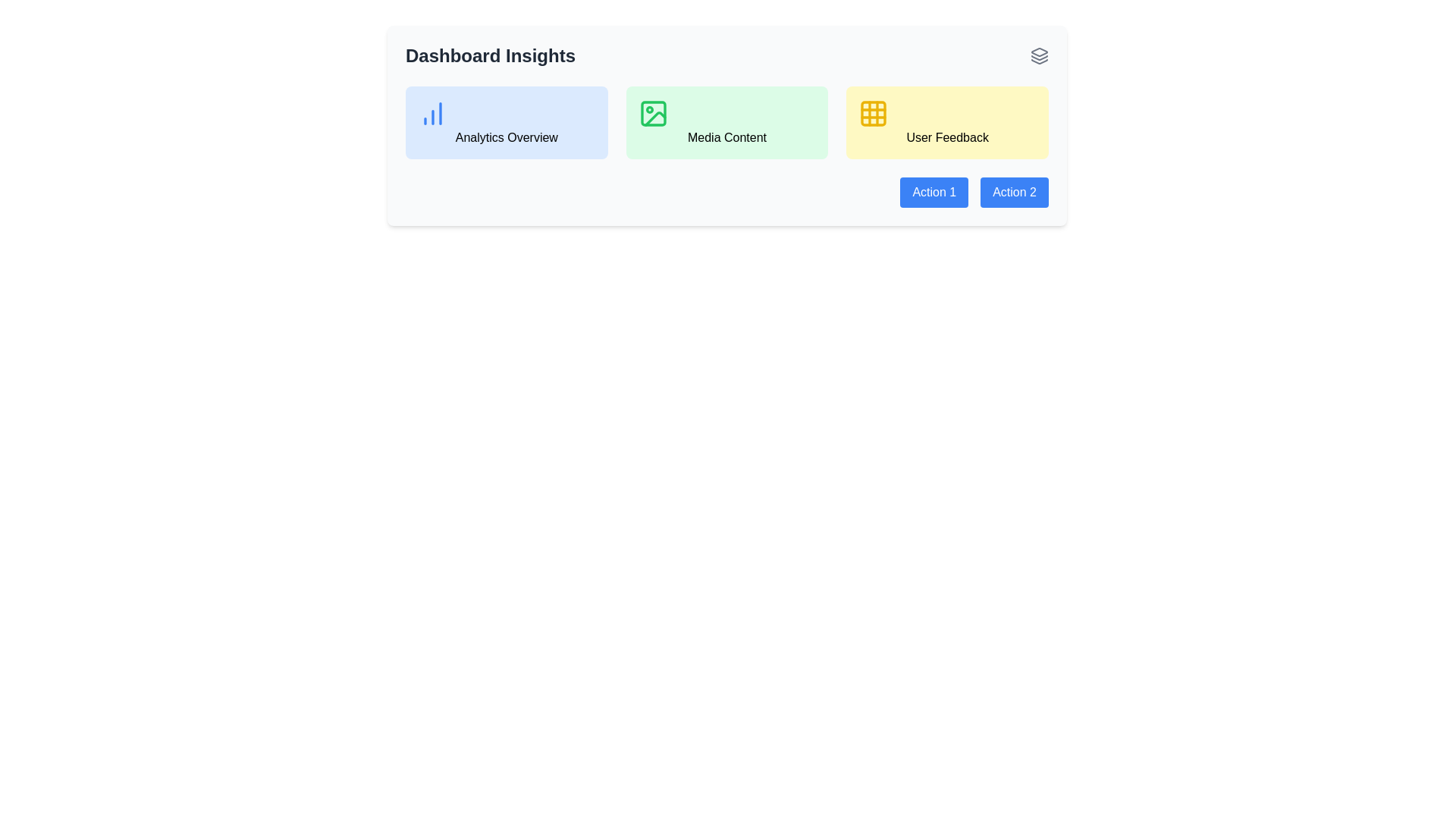 This screenshot has height=819, width=1456. What do you see at coordinates (1015, 192) in the screenshot?
I see `the rectangular button with rounded corners labeled 'Action 2'` at bounding box center [1015, 192].